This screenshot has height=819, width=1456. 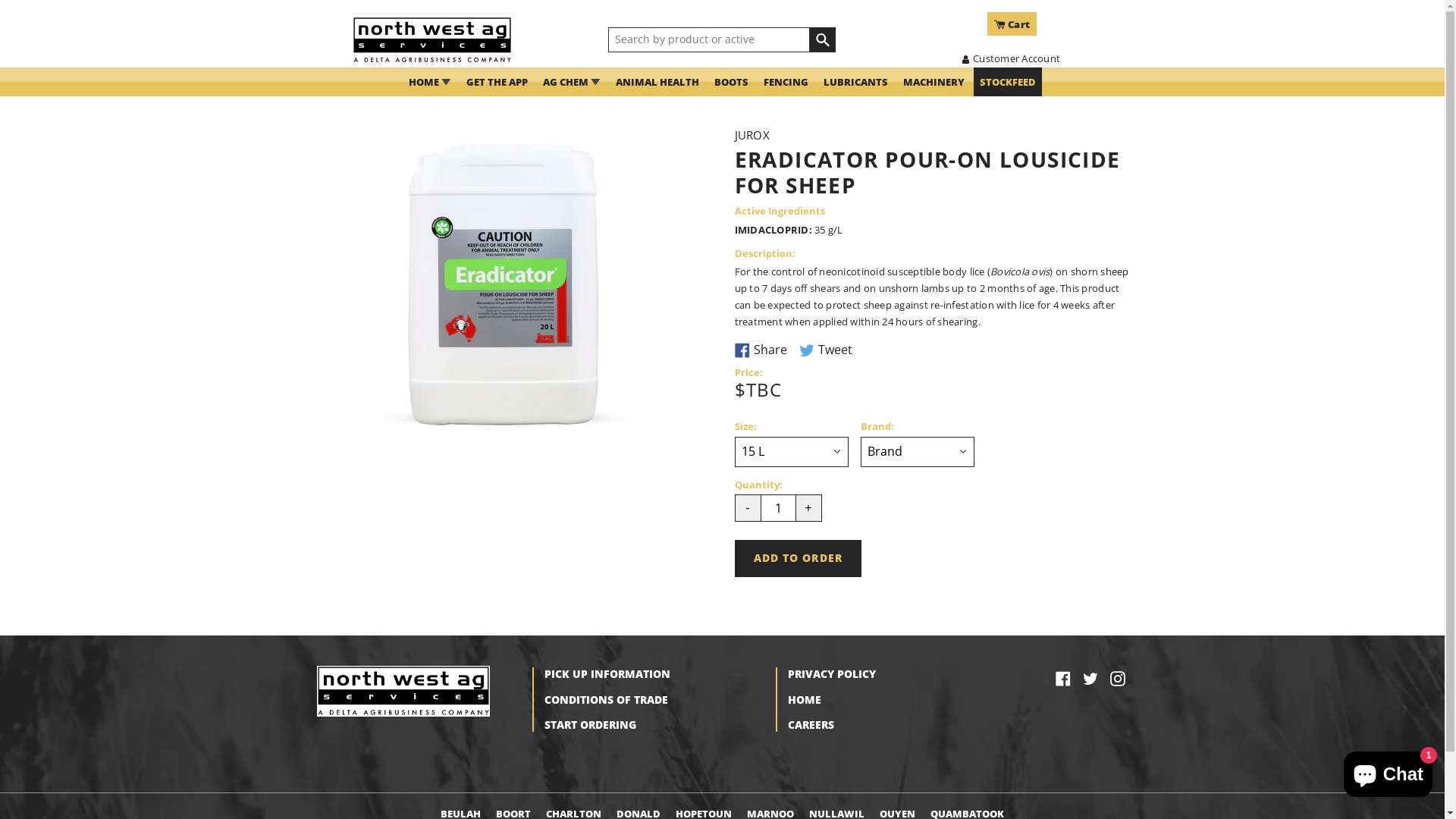 What do you see at coordinates (786, 82) in the screenshot?
I see `'FENCING'` at bounding box center [786, 82].